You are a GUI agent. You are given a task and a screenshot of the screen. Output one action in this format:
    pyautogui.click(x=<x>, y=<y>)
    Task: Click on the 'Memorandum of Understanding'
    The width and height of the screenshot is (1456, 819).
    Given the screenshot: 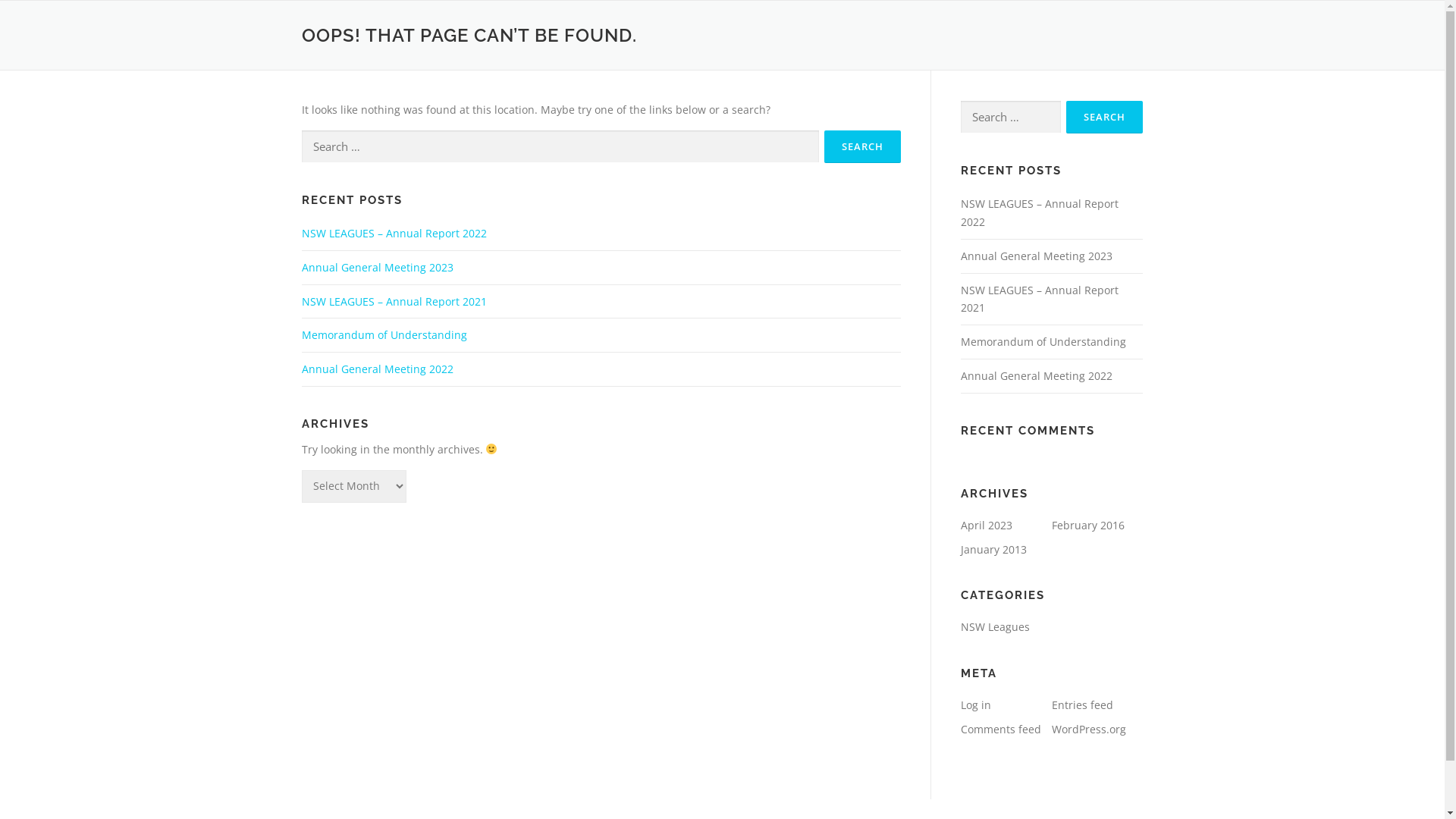 What is the action you would take?
    pyautogui.click(x=1041, y=341)
    